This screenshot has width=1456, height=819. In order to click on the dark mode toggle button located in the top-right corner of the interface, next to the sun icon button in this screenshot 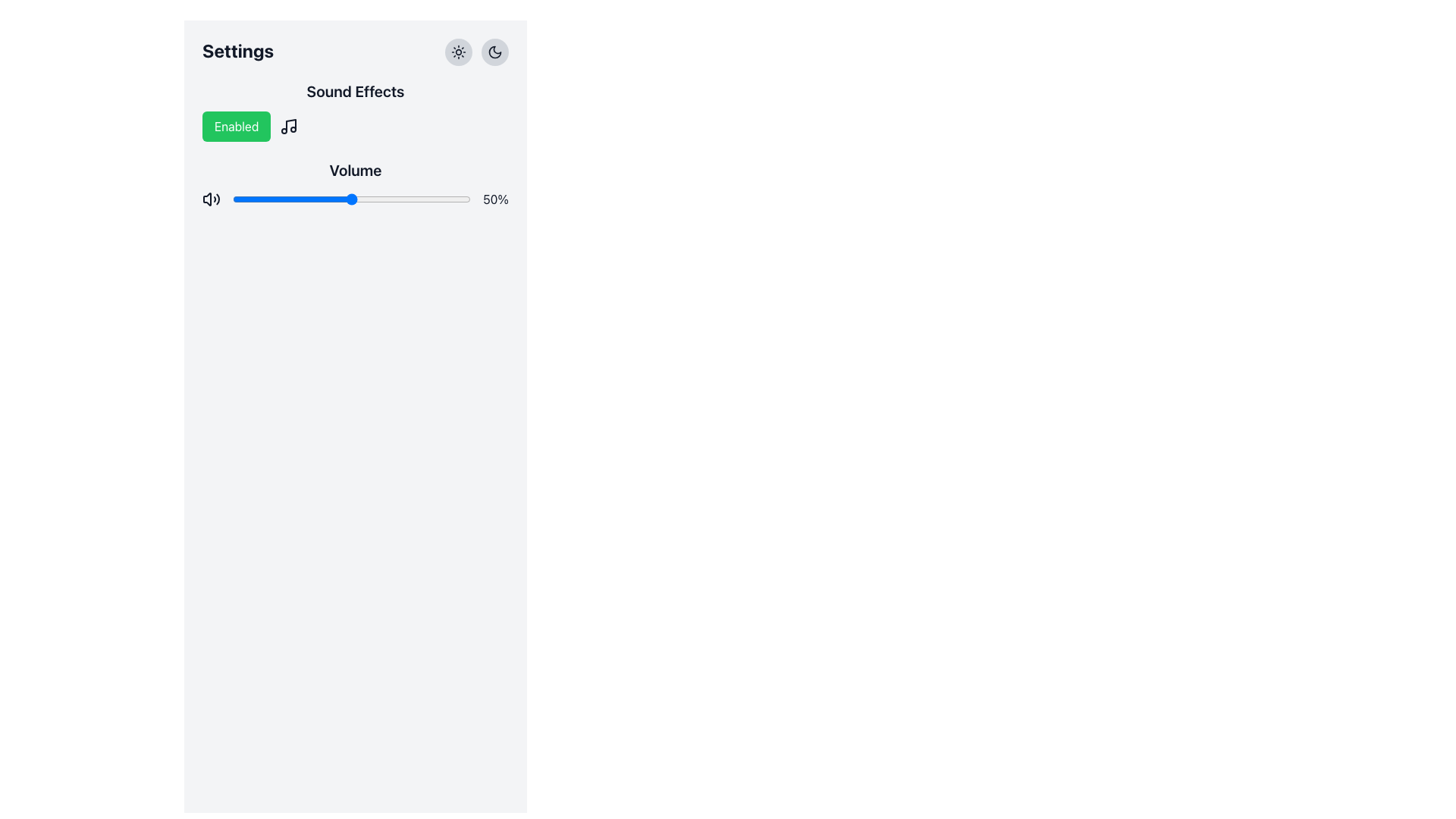, I will do `click(494, 52)`.